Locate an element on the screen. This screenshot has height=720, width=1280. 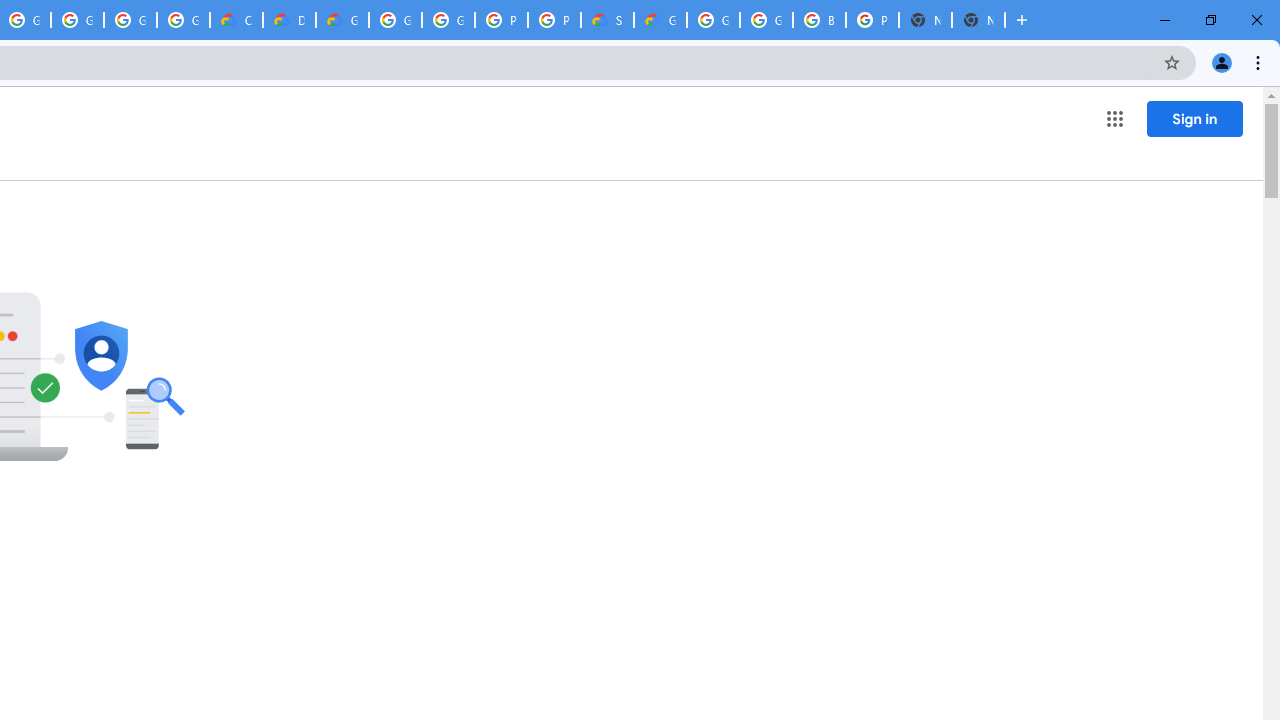
'Customer Care | Google Cloud' is located at coordinates (236, 20).